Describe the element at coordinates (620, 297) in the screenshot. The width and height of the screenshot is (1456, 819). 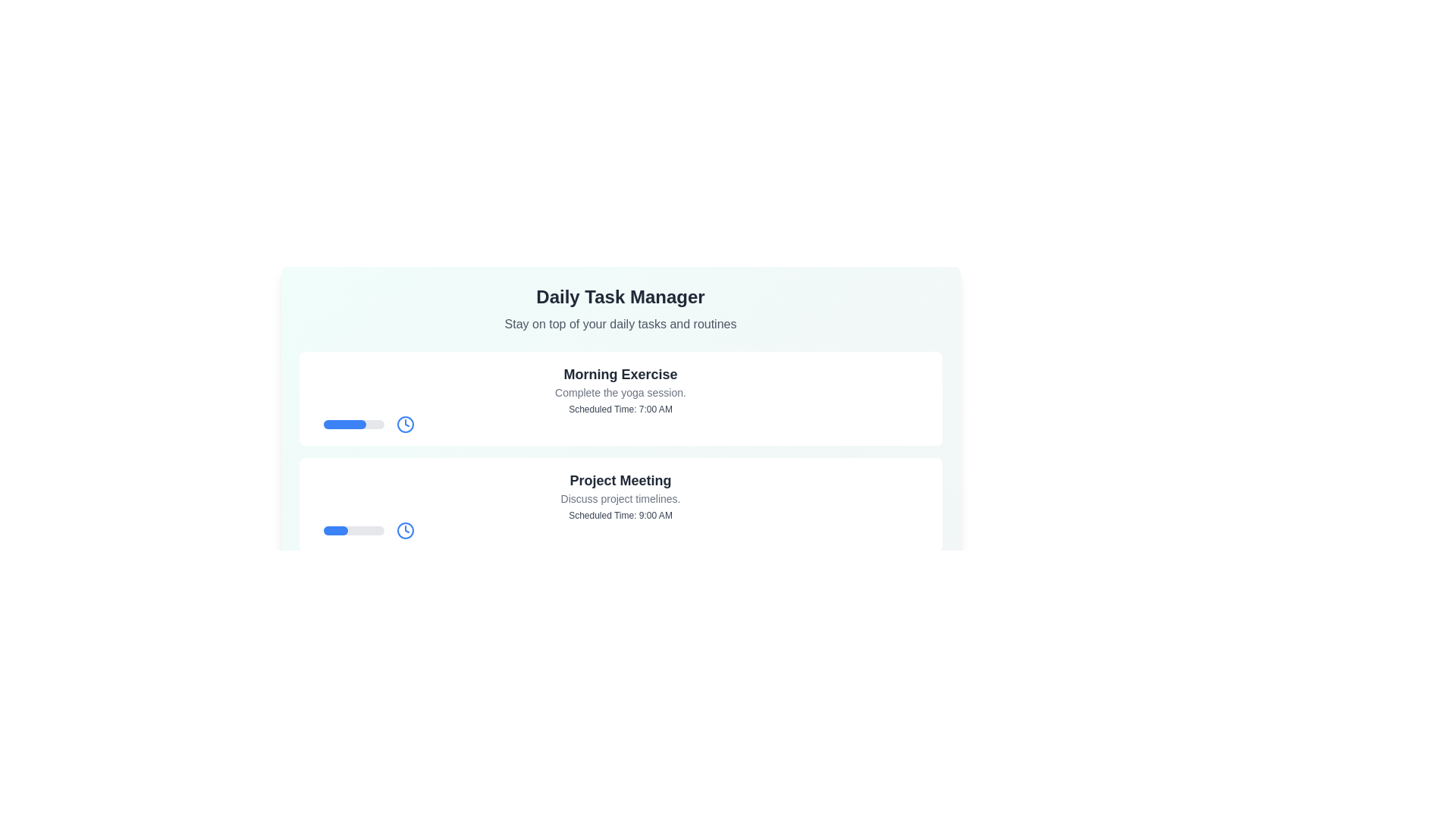
I see `the main title Text Header at the top of the page, which provides users with an understanding of the interface's purpose` at that location.